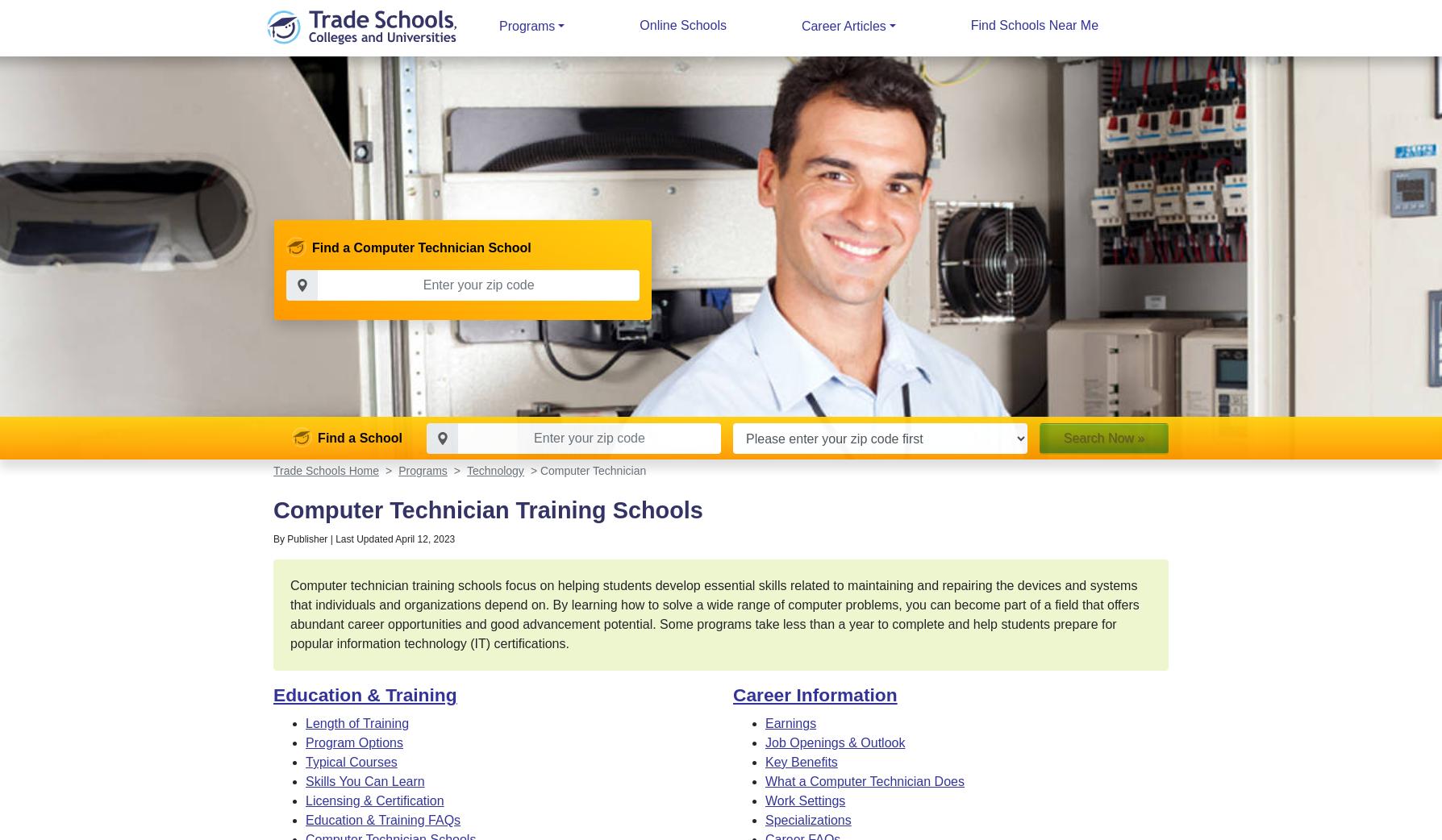 The width and height of the screenshot is (1442, 840). I want to click on 'Both', so click(676, 473).